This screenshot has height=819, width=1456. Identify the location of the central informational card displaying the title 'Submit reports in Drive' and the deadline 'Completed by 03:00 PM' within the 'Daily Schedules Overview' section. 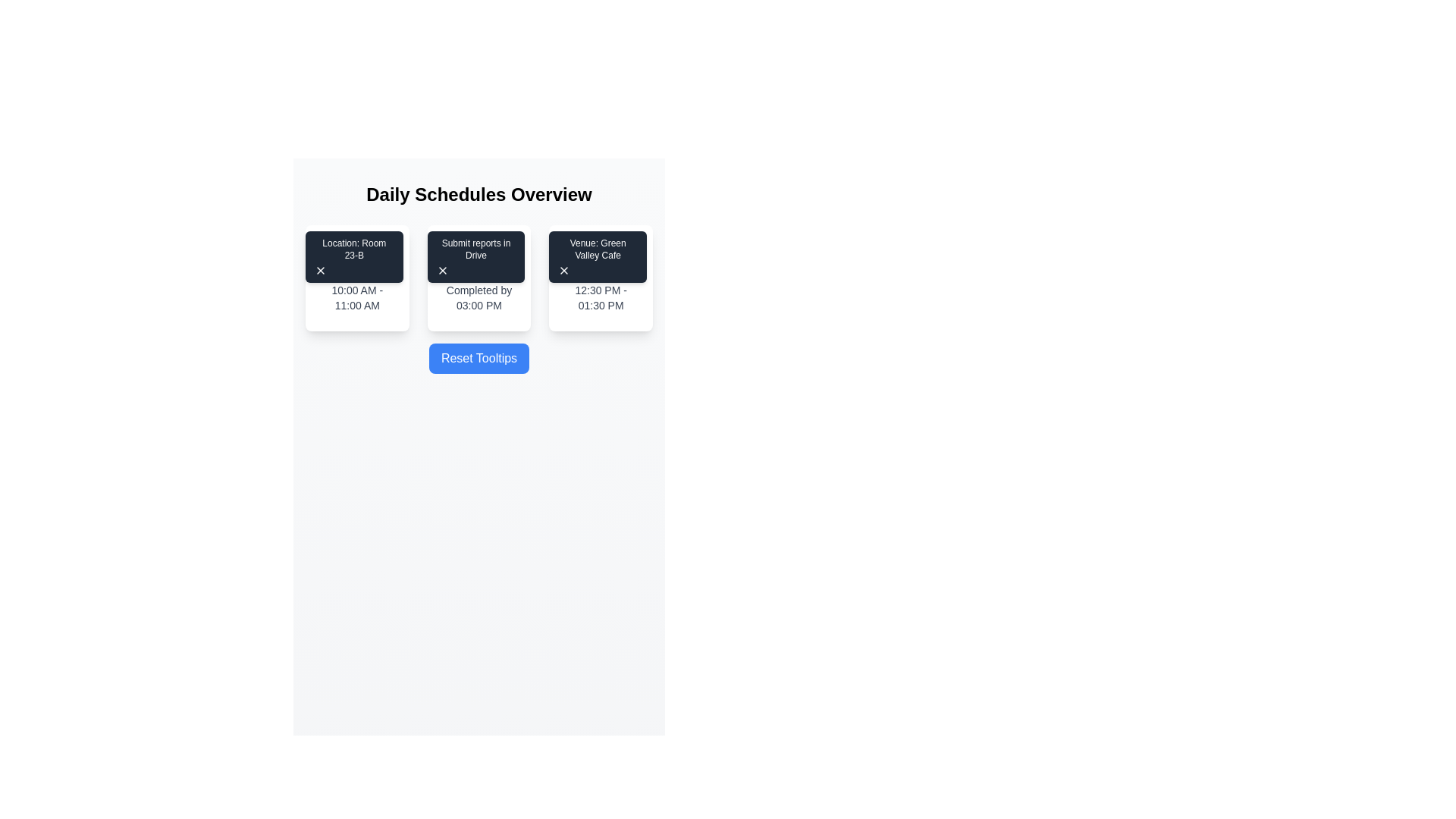
(479, 278).